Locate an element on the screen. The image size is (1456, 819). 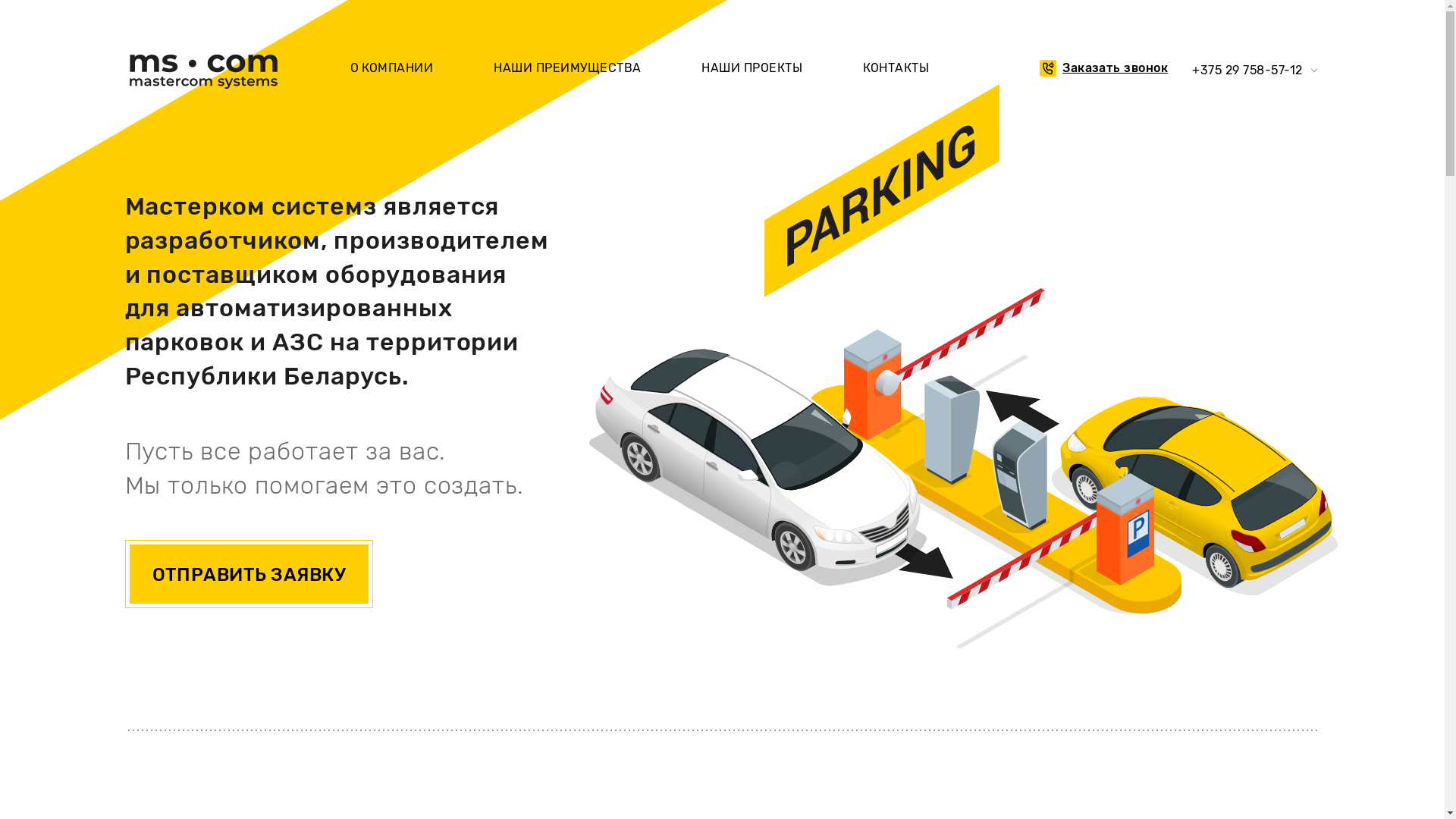
'+375 29 758-57-12' is located at coordinates (1247, 70).